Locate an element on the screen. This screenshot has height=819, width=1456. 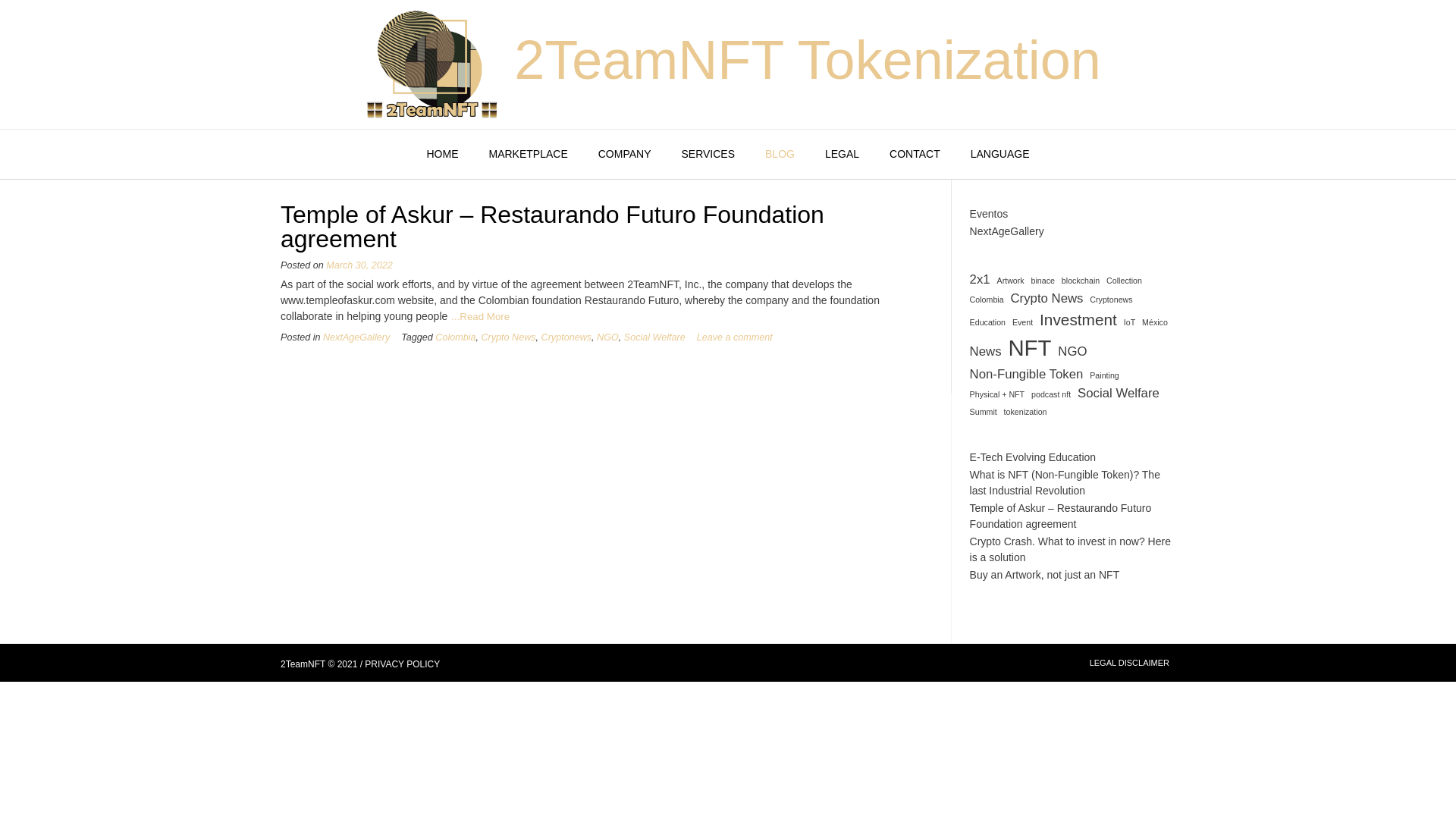
'Education' is located at coordinates (987, 321).